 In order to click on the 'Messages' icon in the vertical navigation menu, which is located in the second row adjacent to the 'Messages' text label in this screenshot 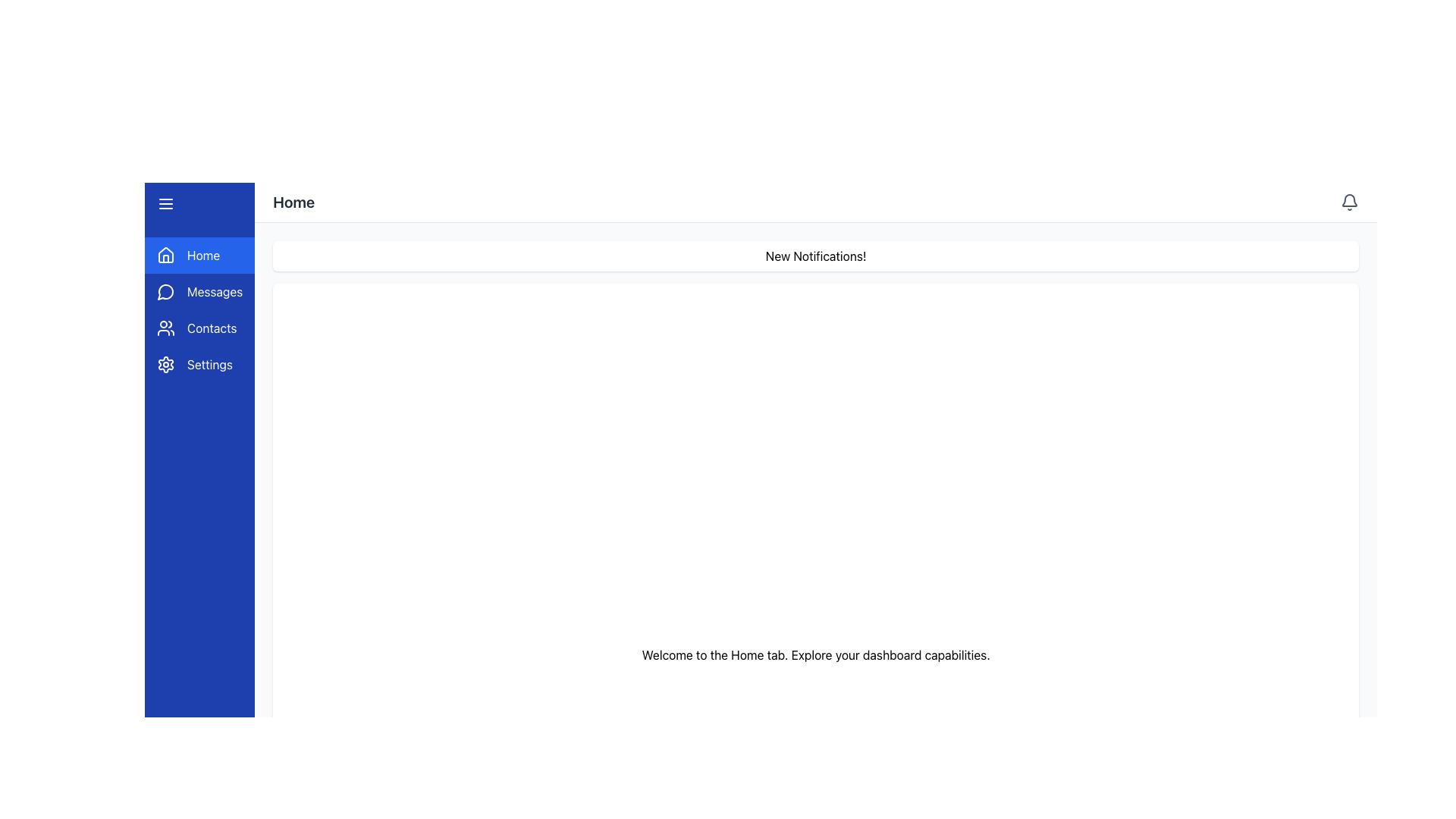, I will do `click(166, 292)`.